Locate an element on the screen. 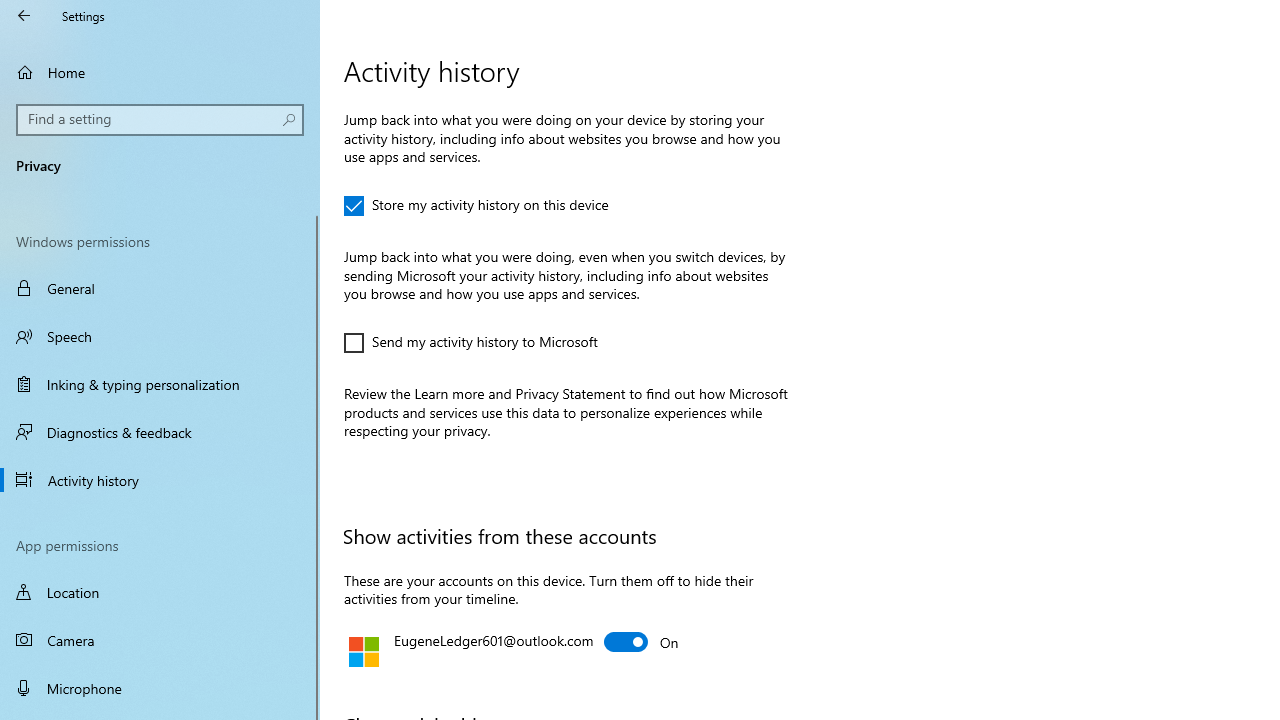 The image size is (1280, 720). 'Inking & typing personalization' is located at coordinates (160, 384).